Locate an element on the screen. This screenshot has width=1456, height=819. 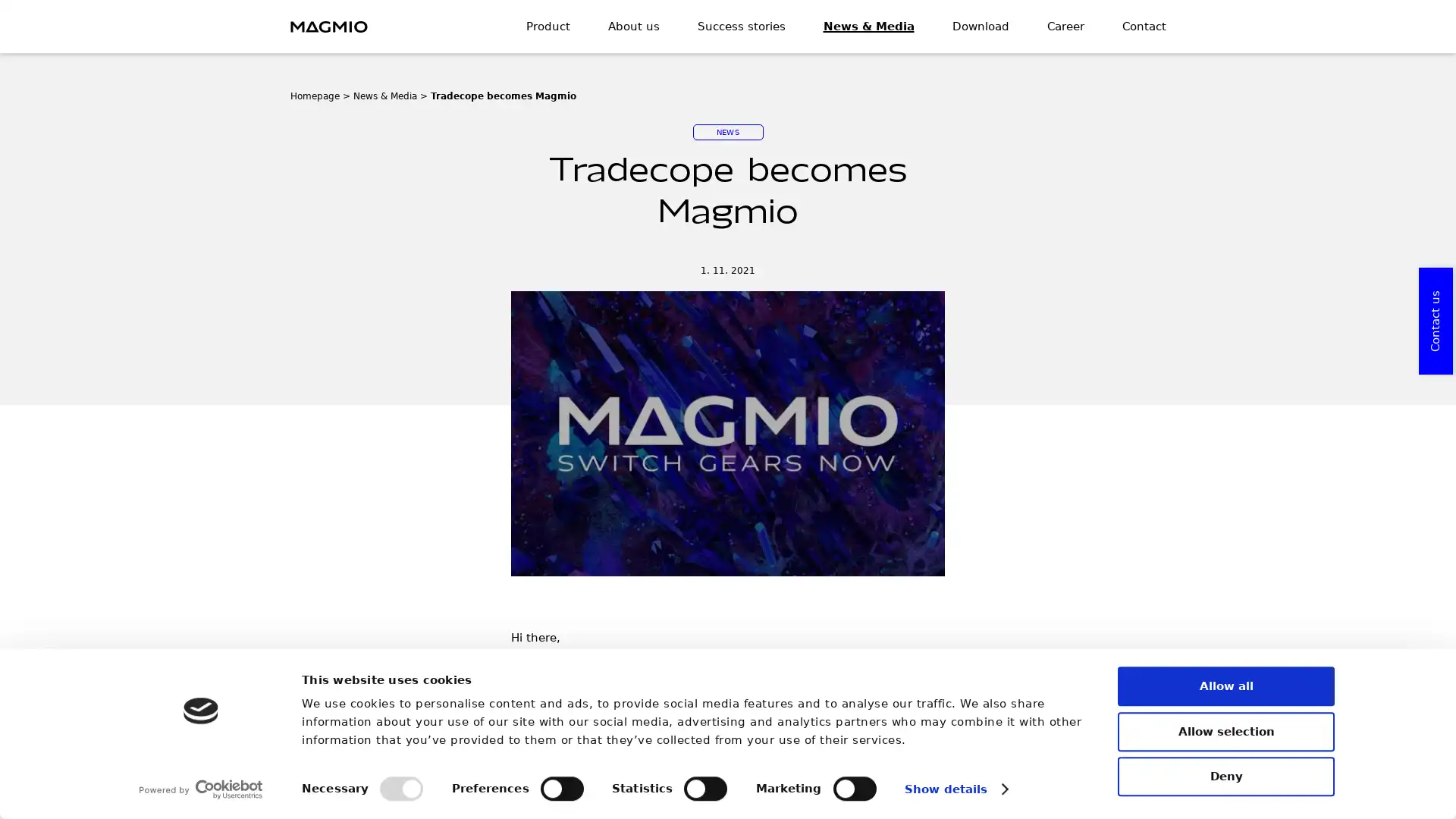
Sign up is located at coordinates (889, 585).